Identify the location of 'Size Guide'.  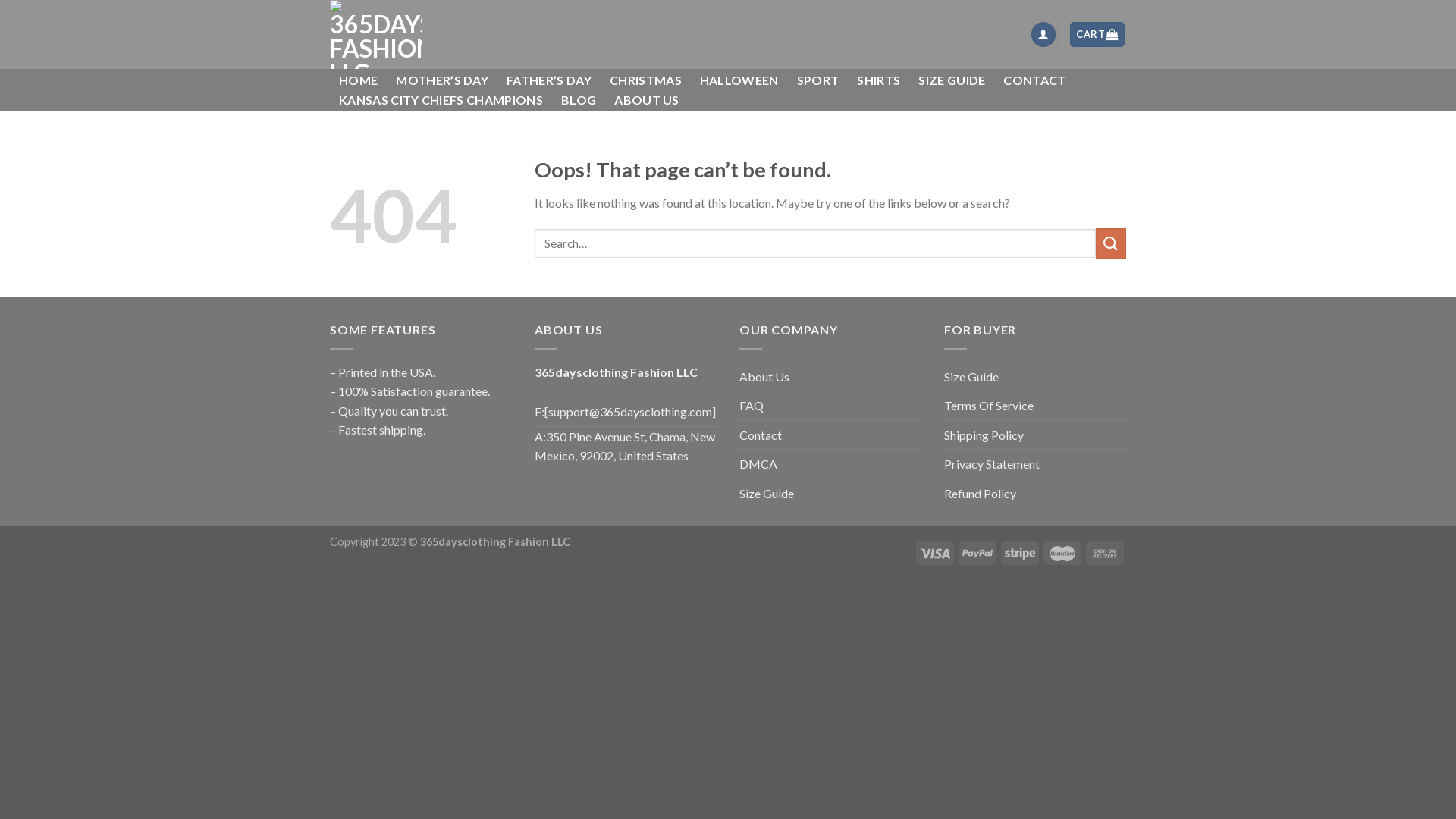
(767, 494).